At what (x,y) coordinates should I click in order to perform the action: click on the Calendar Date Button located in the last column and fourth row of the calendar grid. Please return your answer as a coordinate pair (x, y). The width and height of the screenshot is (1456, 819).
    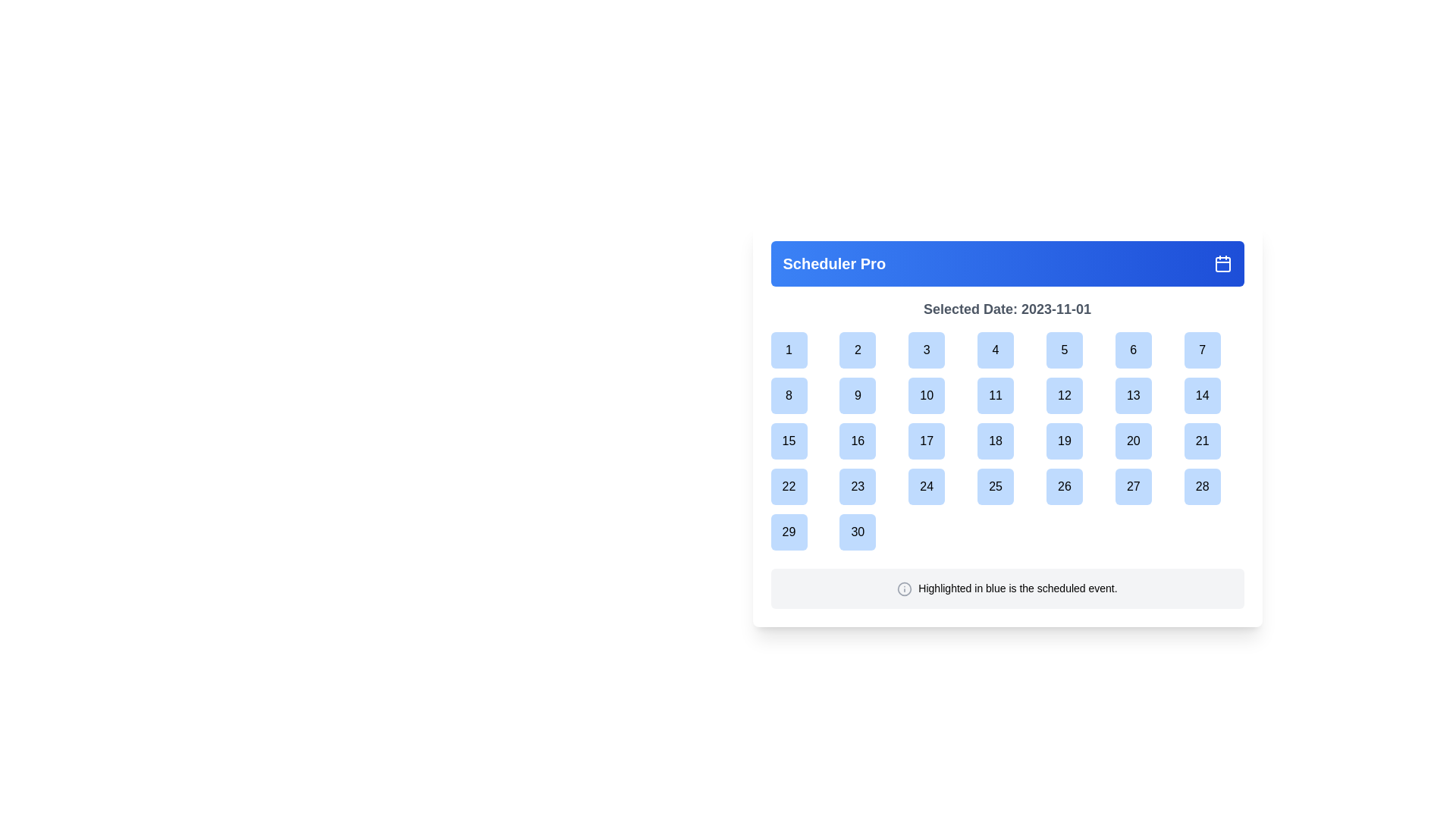
    Looking at the image, I should click on (1214, 486).